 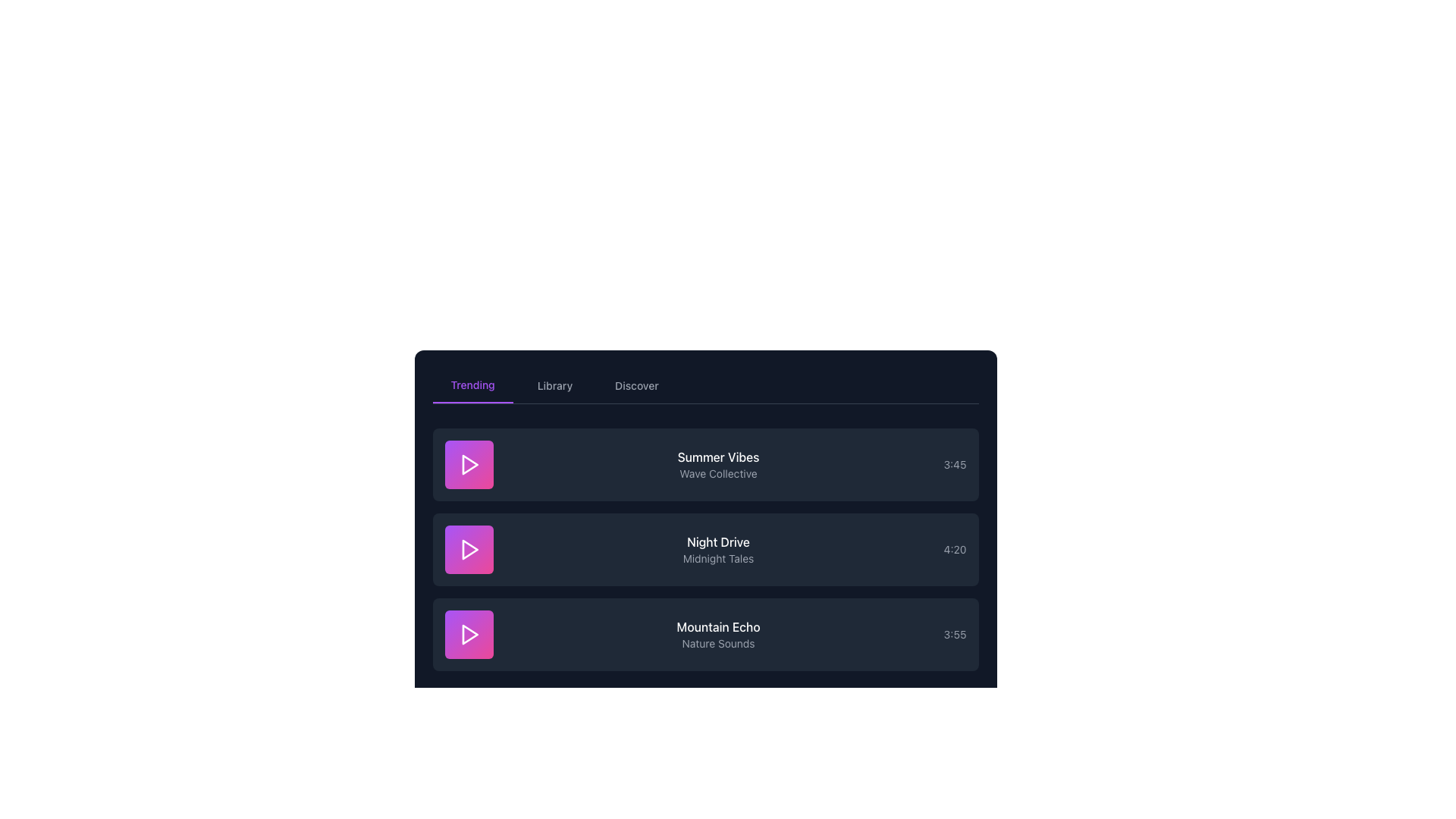 I want to click on the list item displaying 'Night Drive' with the duration label '4:20', so click(x=704, y=550).